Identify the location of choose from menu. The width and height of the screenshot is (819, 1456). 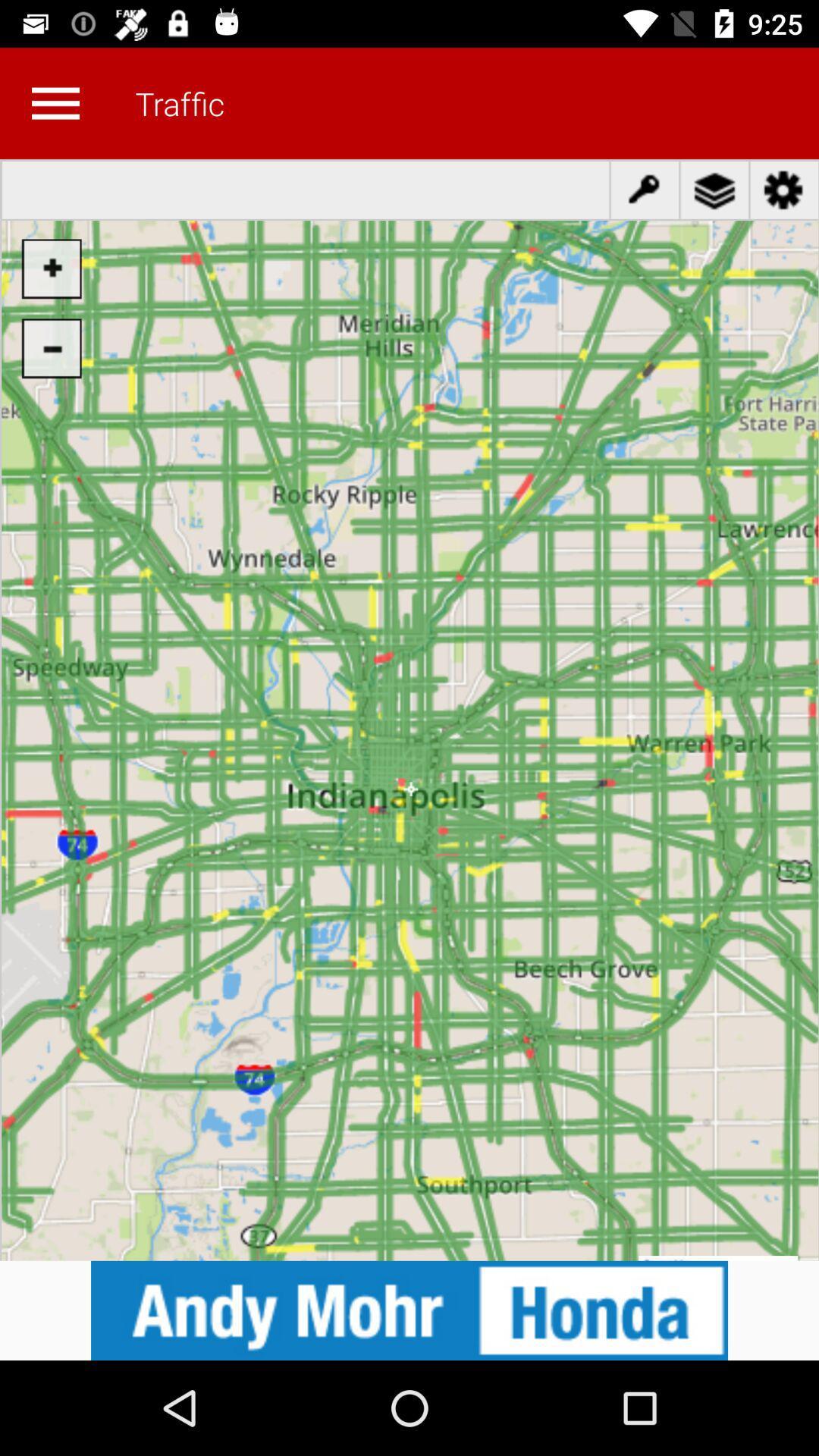
(55, 102).